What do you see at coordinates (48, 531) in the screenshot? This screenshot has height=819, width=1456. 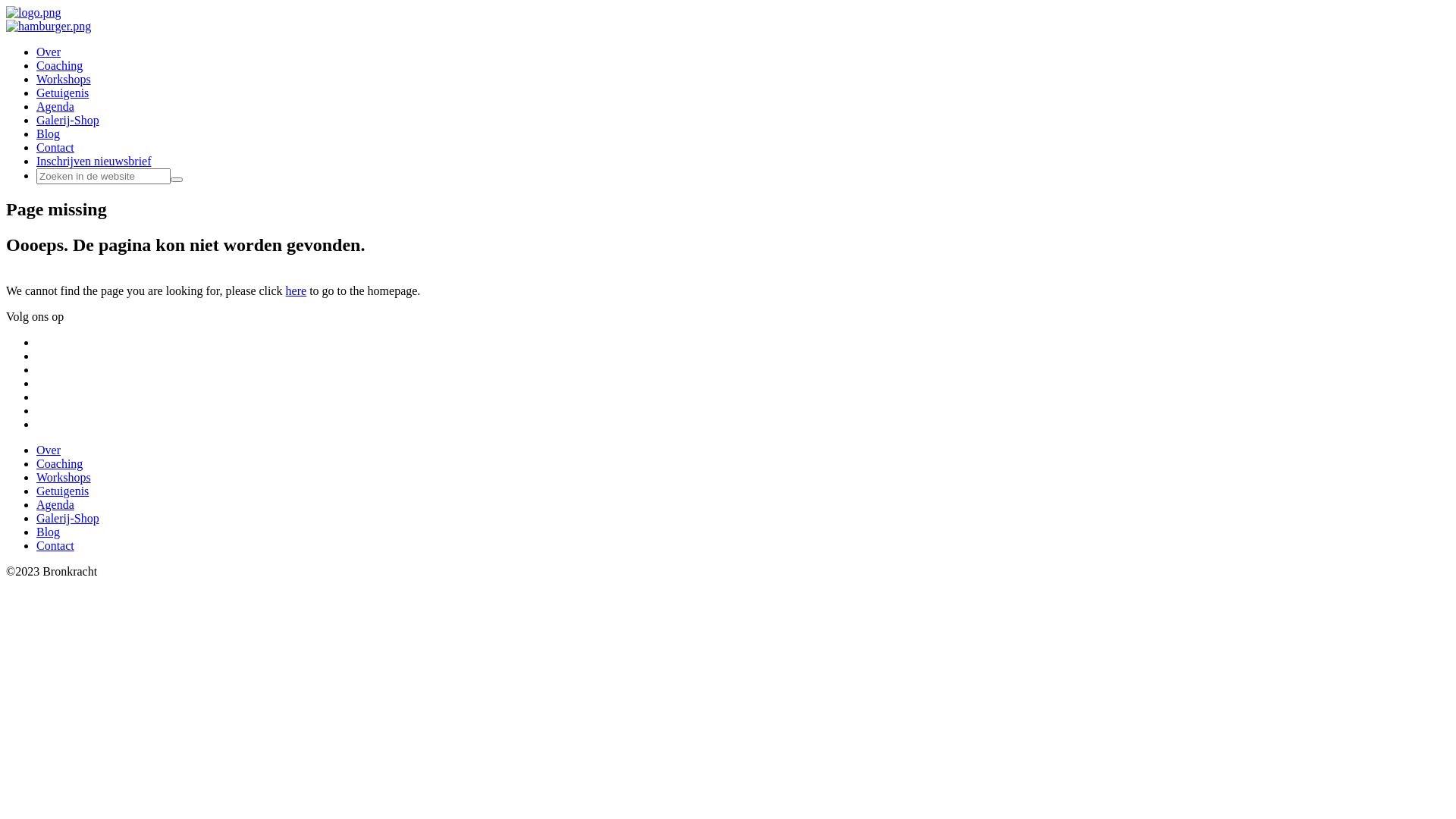 I see `'Blog'` at bounding box center [48, 531].